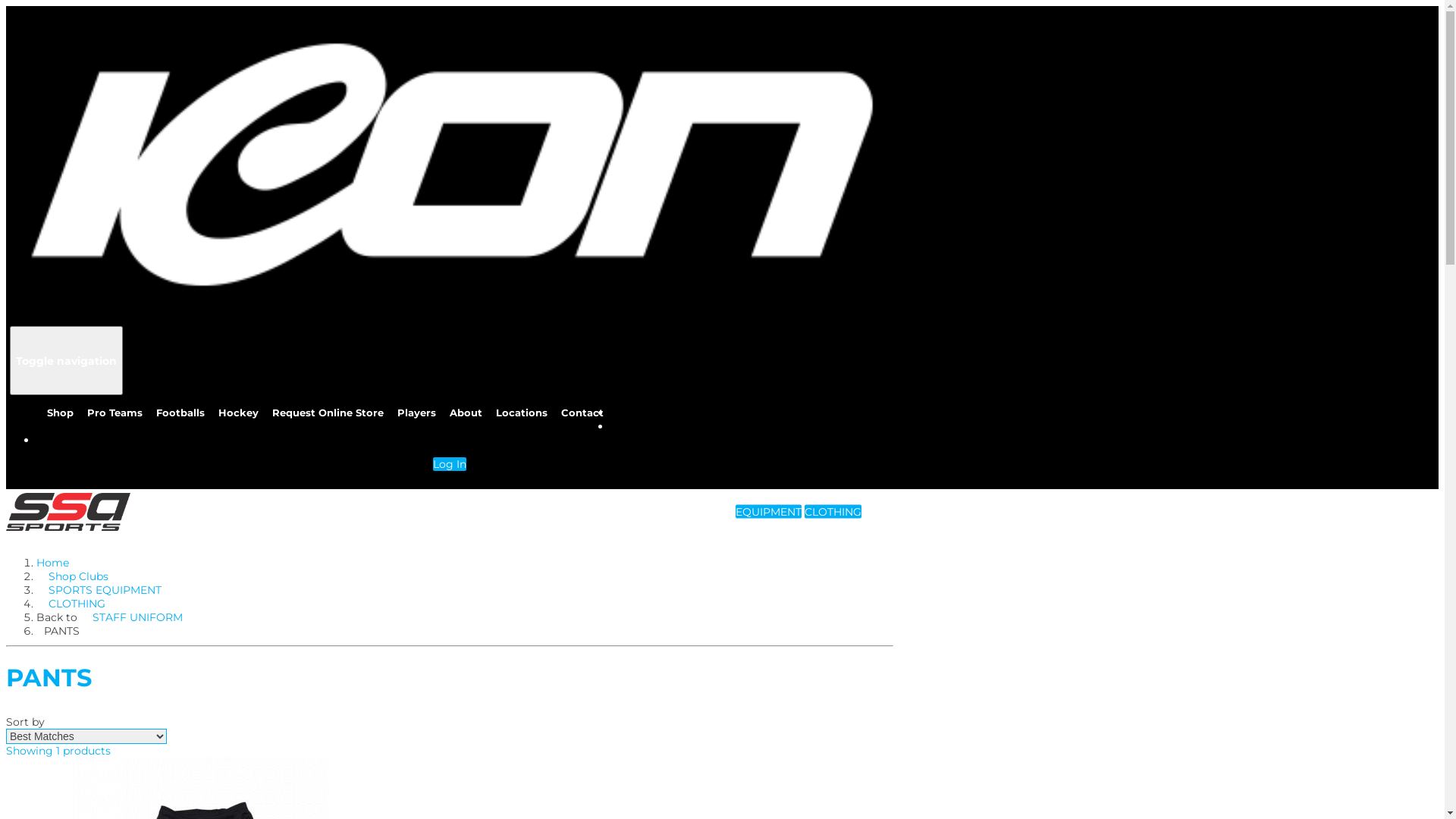 The width and height of the screenshot is (1456, 819). What do you see at coordinates (137, 617) in the screenshot?
I see `'STAFF UNIFORM'` at bounding box center [137, 617].